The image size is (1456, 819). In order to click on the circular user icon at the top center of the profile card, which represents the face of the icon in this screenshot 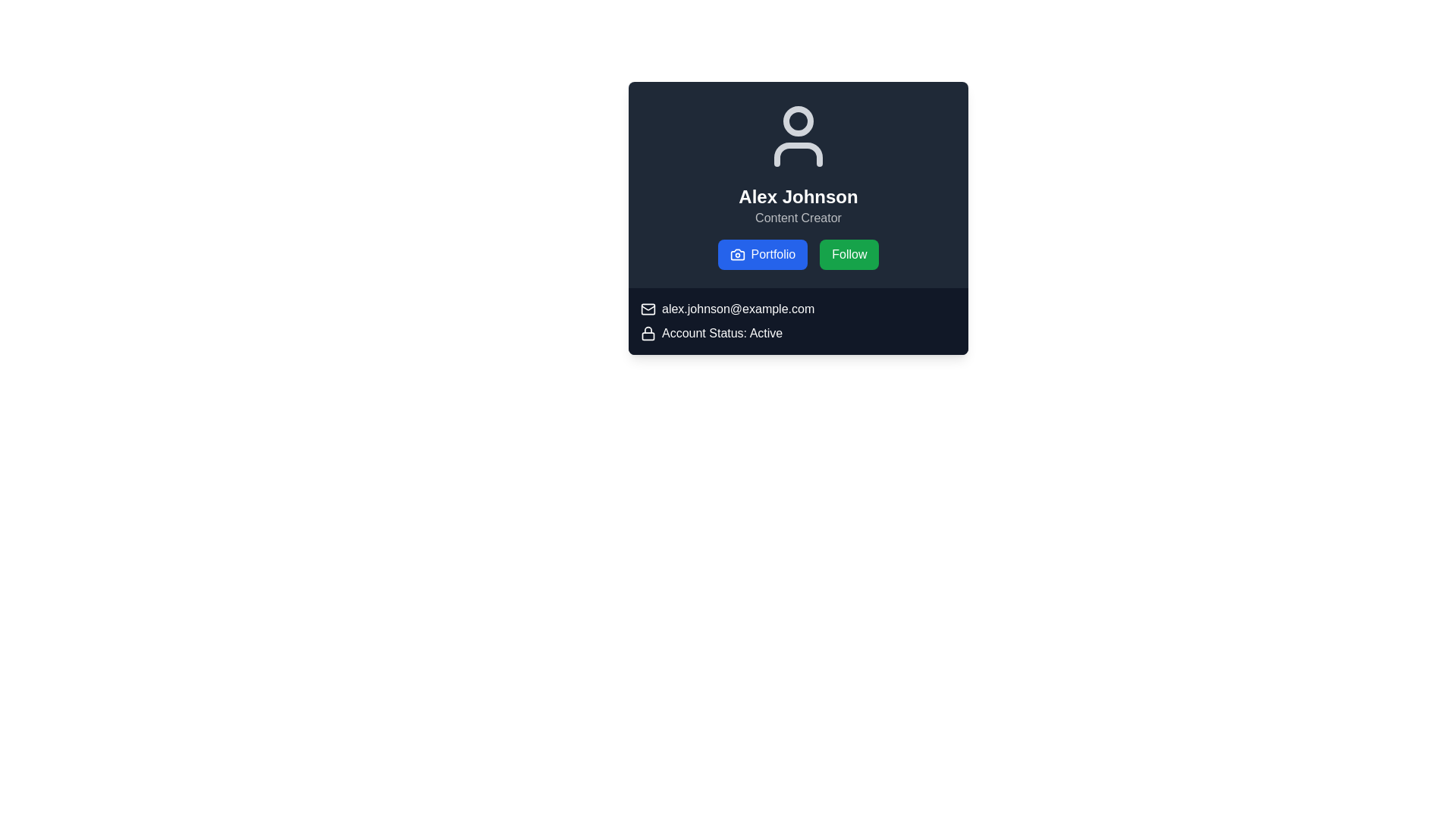, I will do `click(797, 120)`.